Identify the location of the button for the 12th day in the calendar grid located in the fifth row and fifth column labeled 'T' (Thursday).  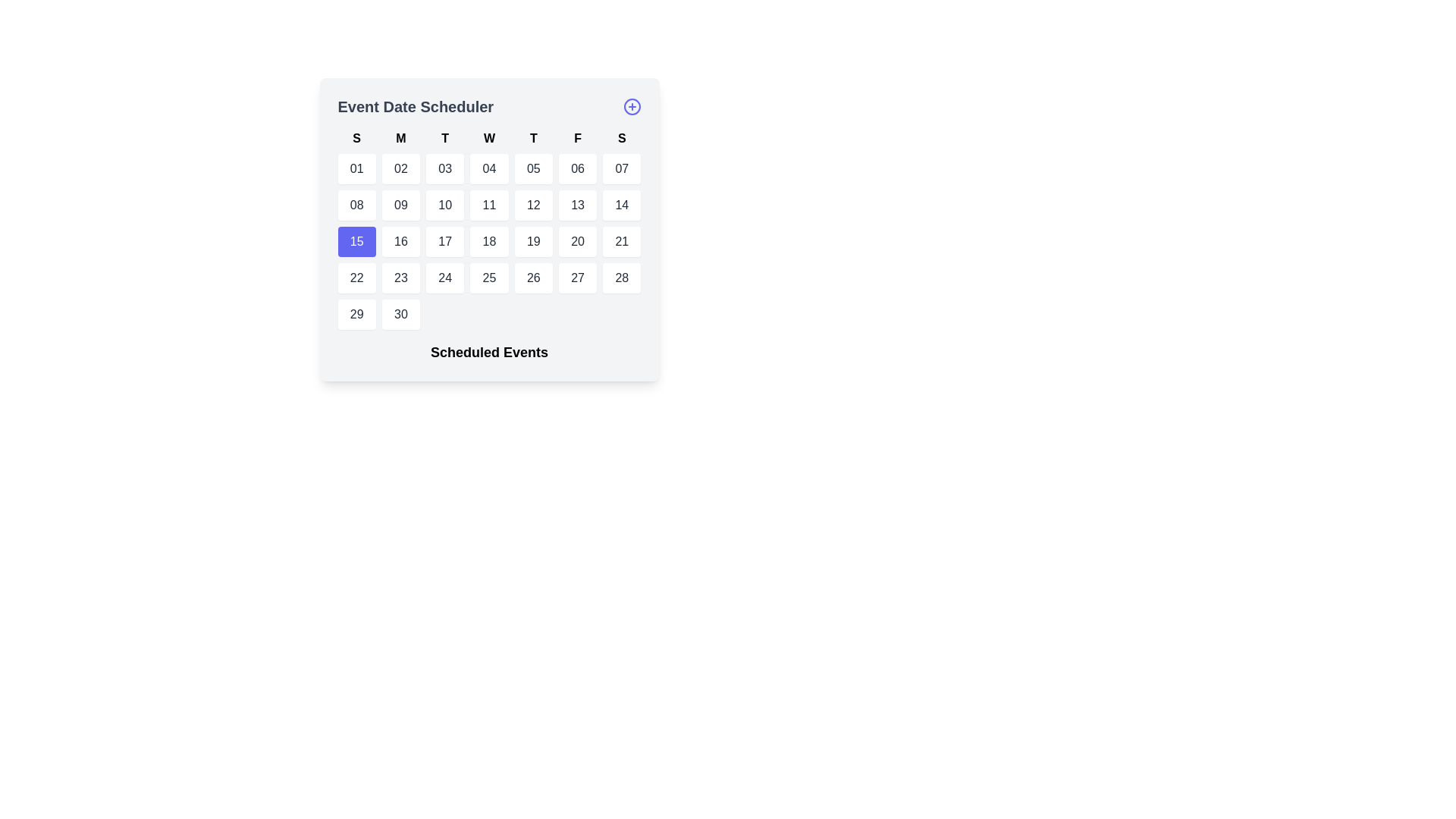
(533, 205).